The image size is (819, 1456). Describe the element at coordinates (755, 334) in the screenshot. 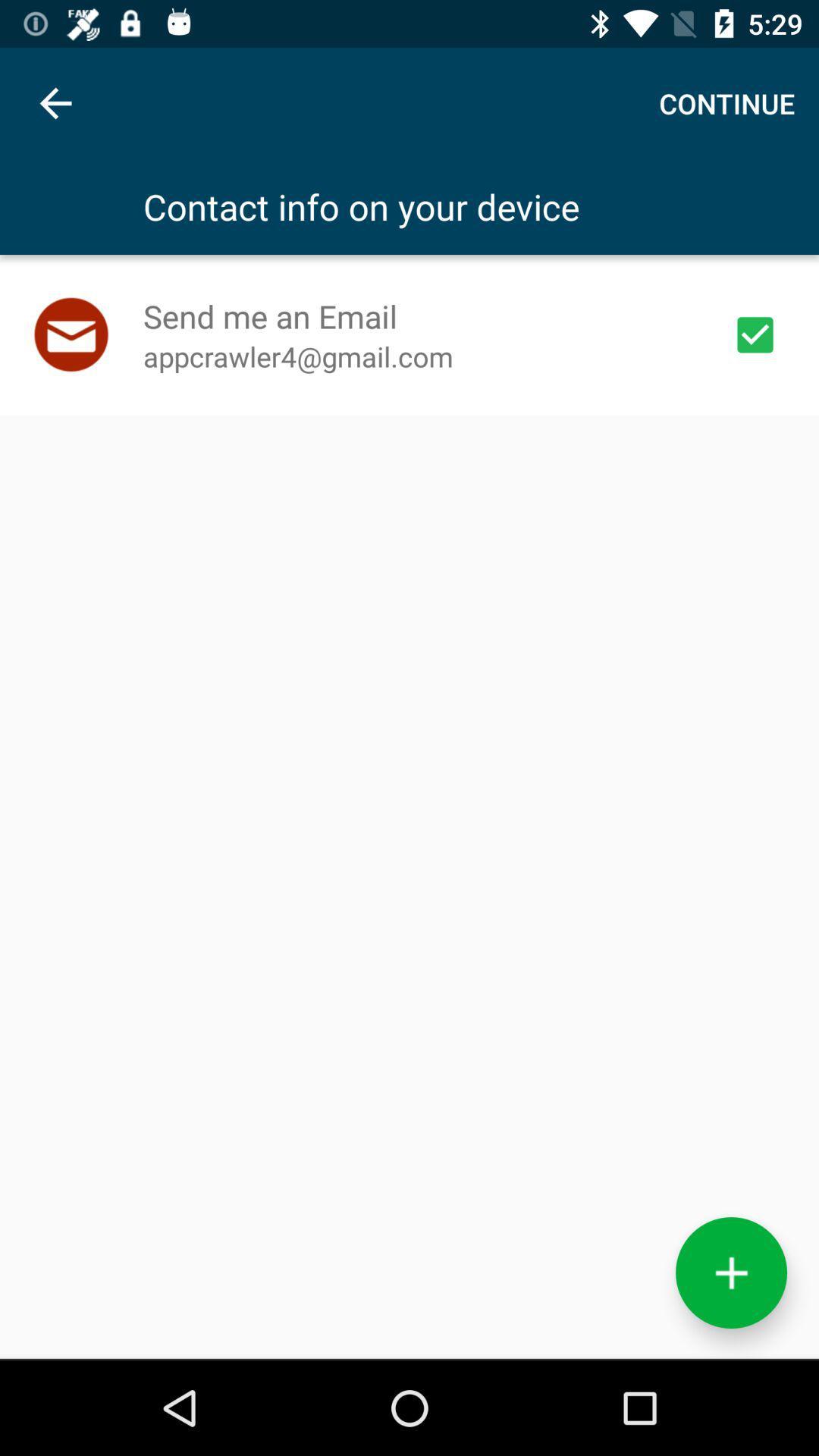

I see `item next to send me an item` at that location.